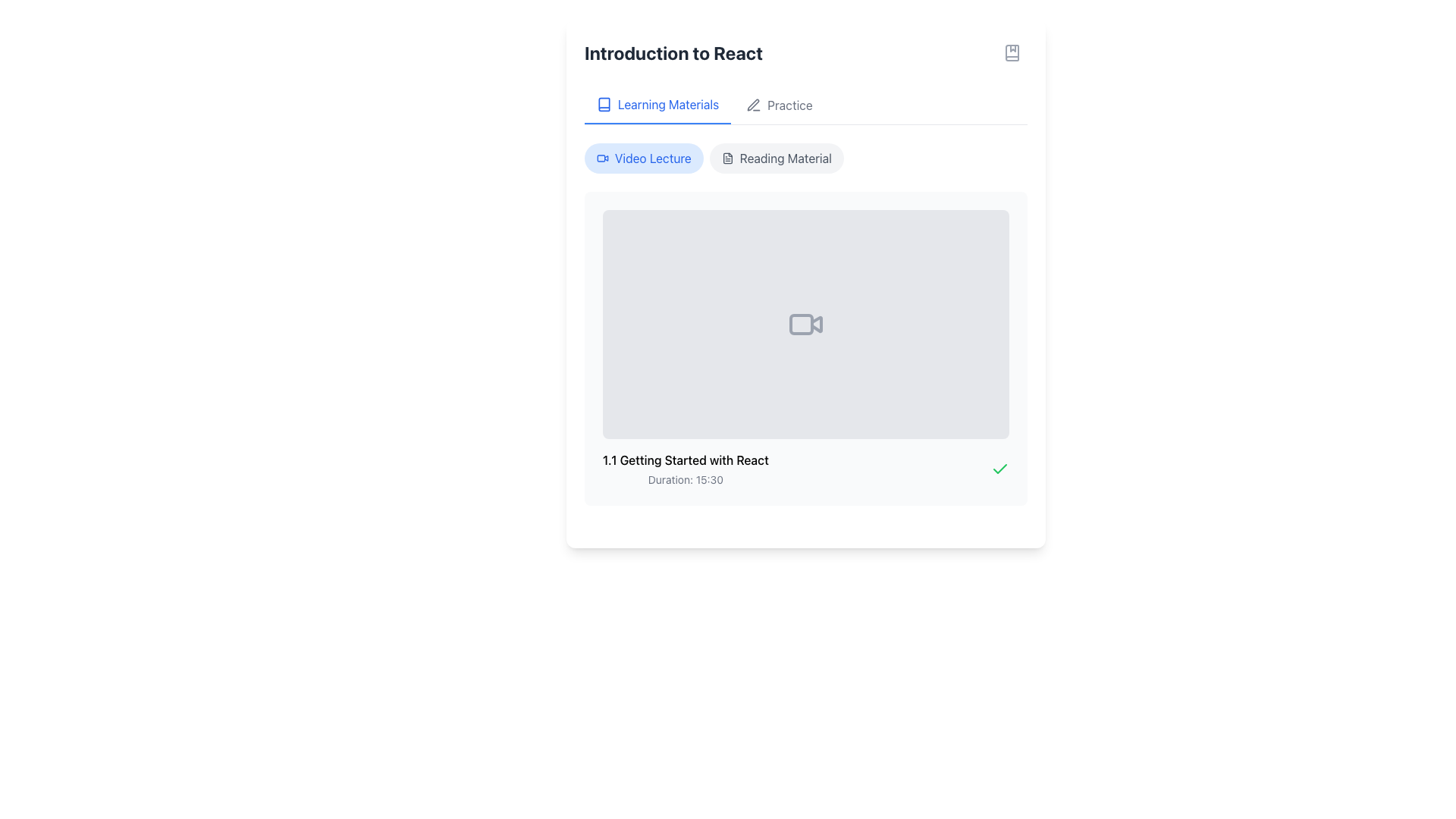 The image size is (1456, 819). Describe the element at coordinates (800, 323) in the screenshot. I see `the rectangular portion of the video play button which is part of the graphical representation within the SVG` at that location.